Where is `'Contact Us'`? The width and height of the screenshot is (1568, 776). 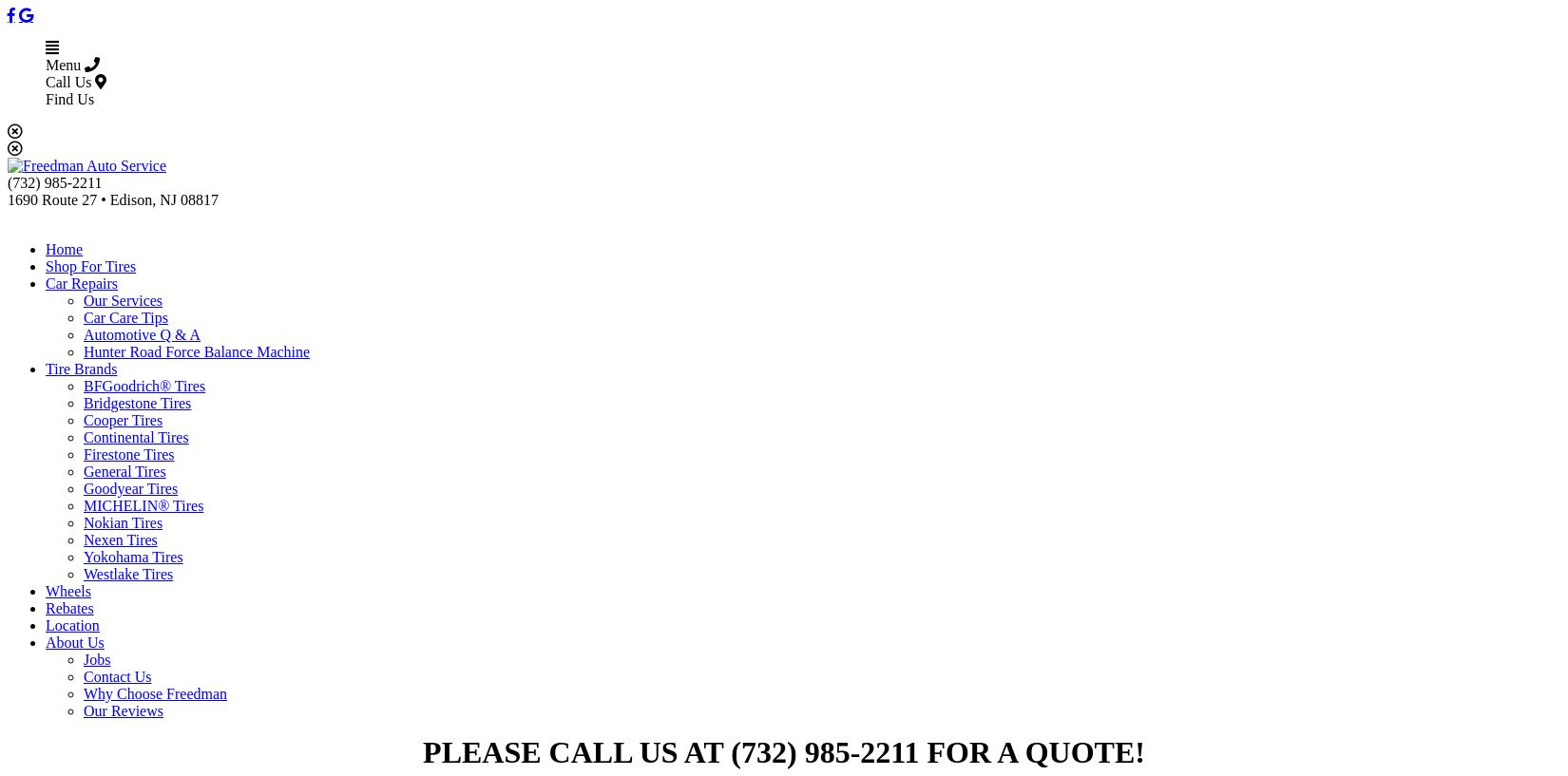 'Contact Us' is located at coordinates (117, 675).